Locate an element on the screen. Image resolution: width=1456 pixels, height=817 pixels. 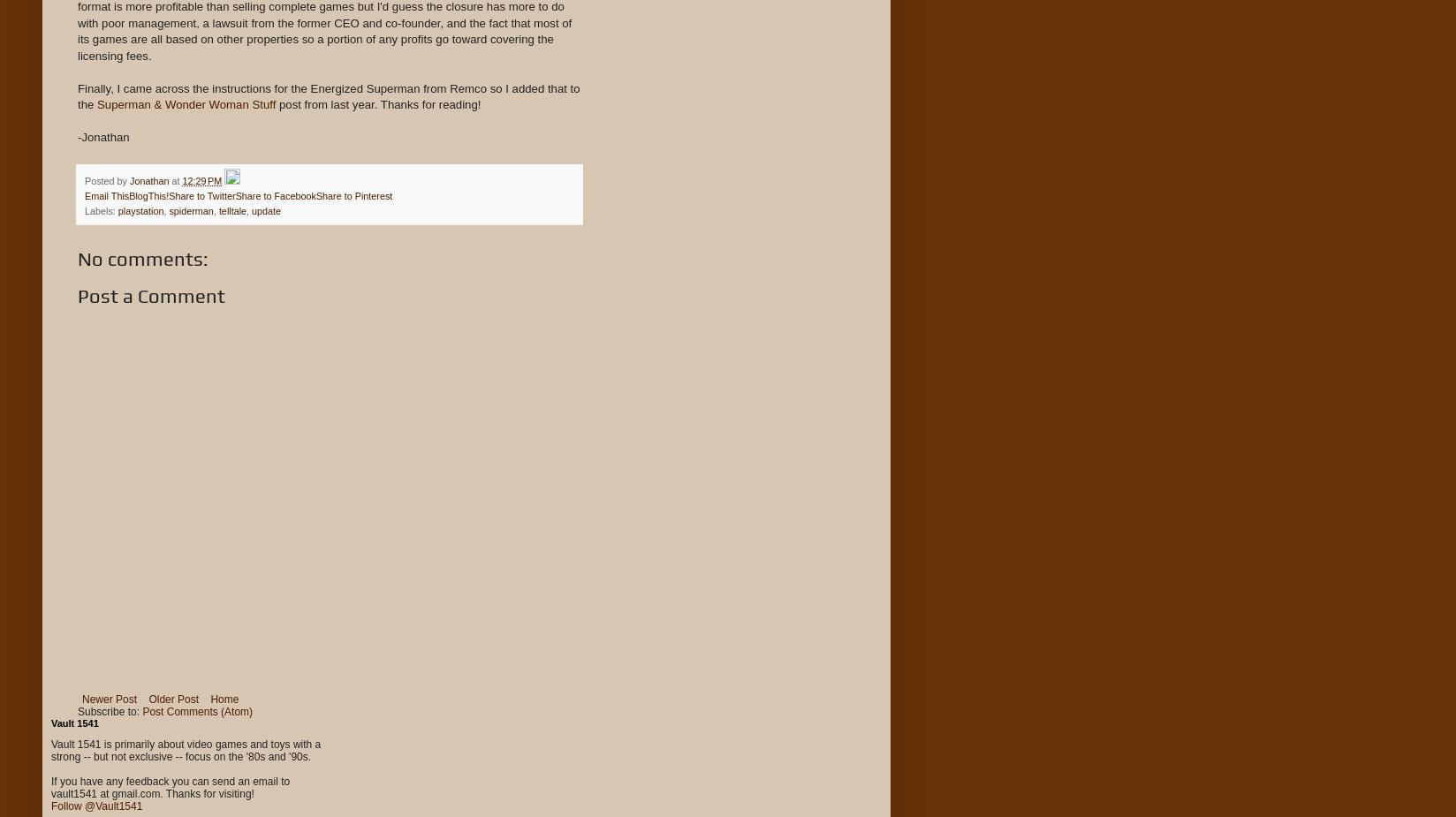
'Finally, I came across the instructions for the Energized Superman from Remco so I added that to the' is located at coordinates (327, 95).